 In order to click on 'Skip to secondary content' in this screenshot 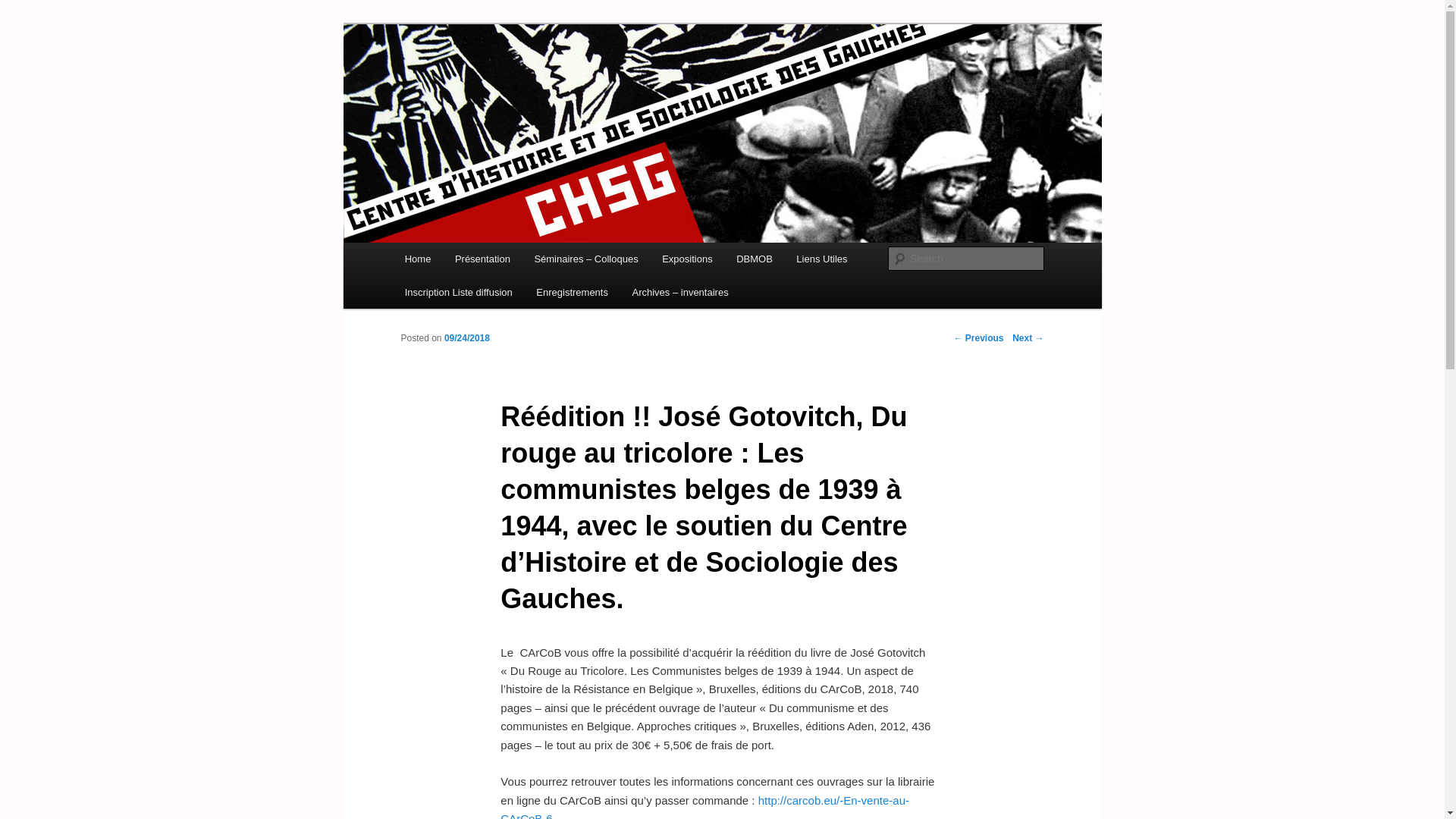, I will do `click(479, 260)`.